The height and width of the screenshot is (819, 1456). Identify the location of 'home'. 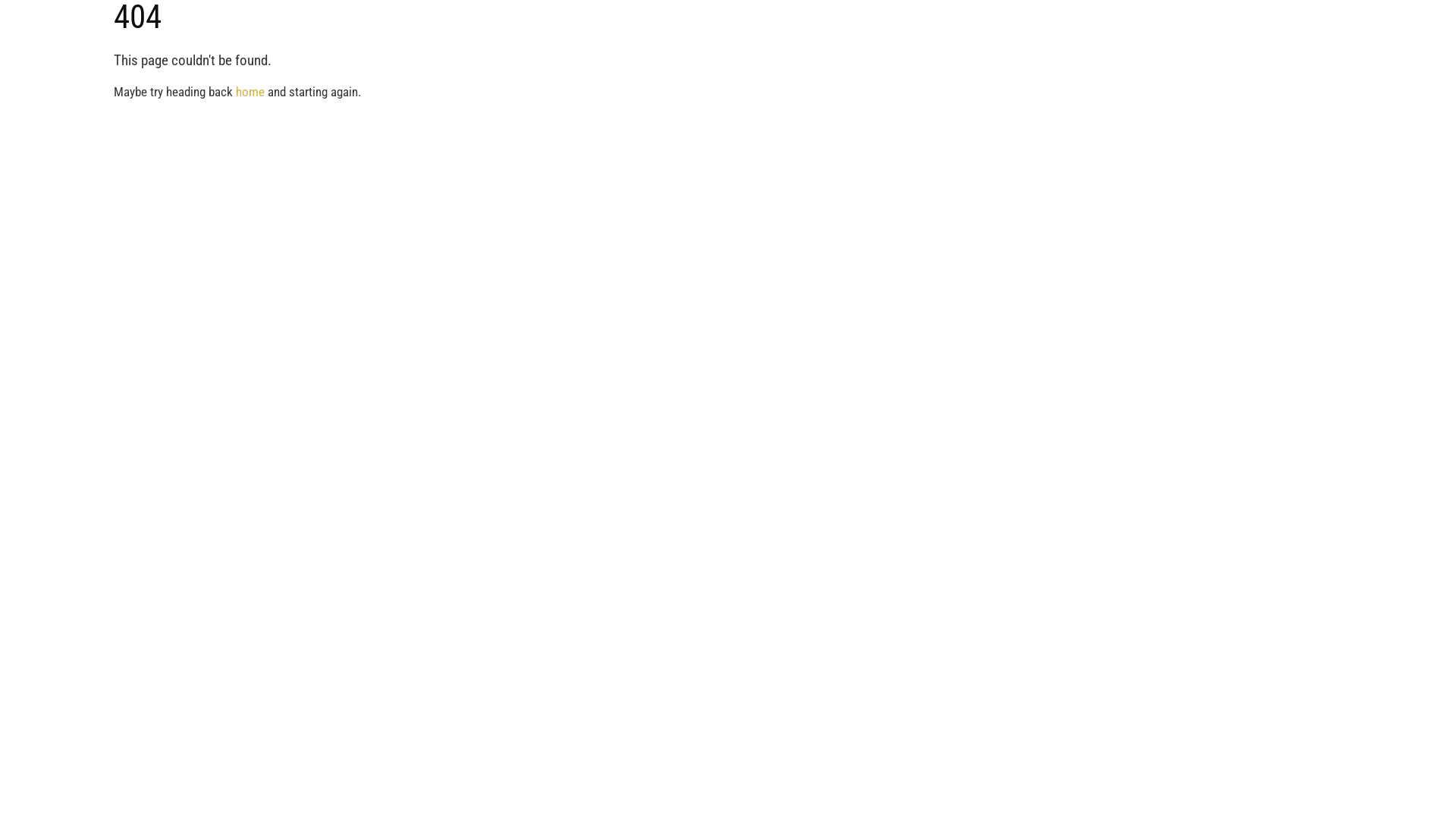
(235, 91).